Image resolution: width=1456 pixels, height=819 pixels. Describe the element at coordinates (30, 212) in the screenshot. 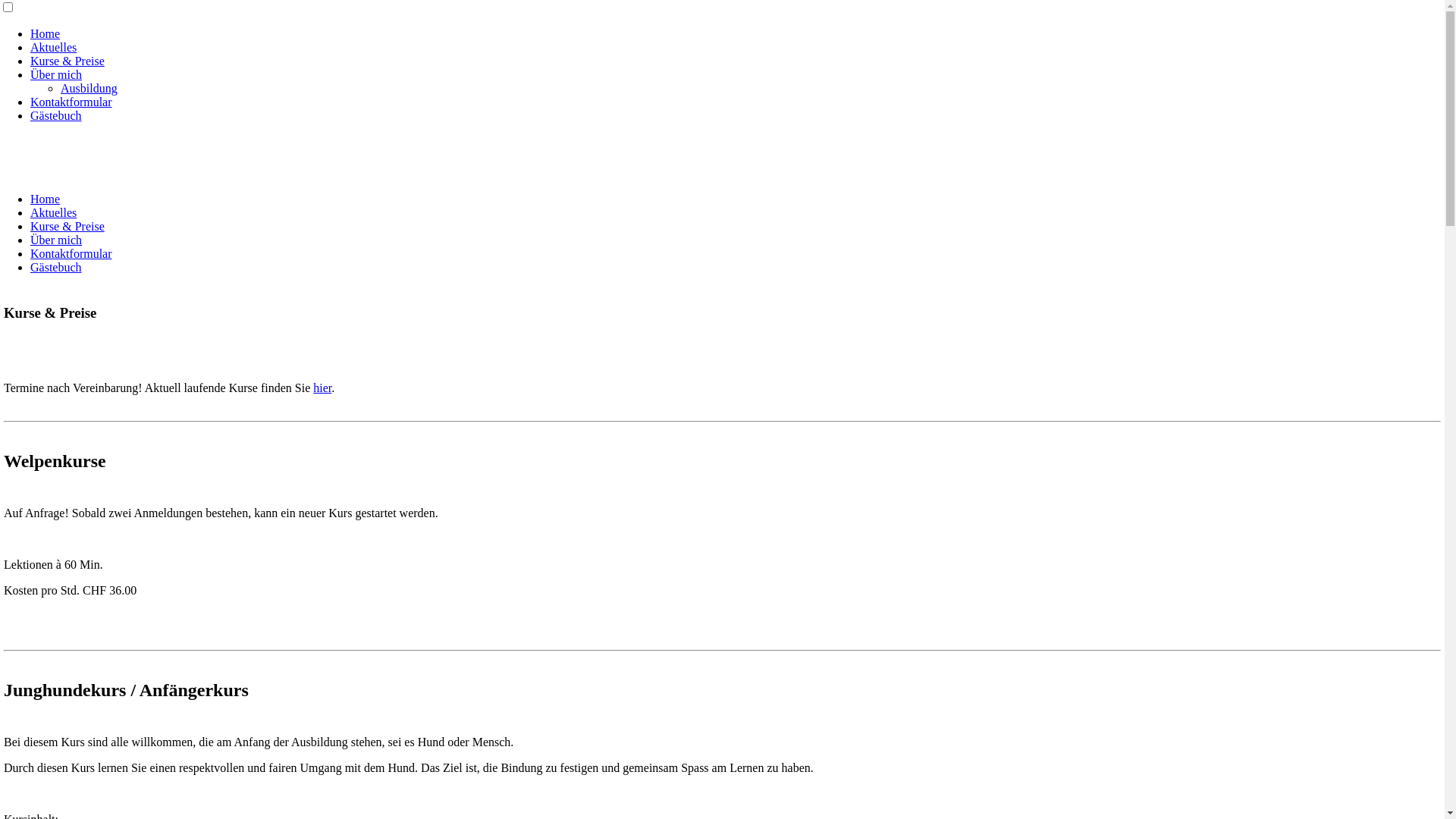

I see `'Aktuelles'` at that location.